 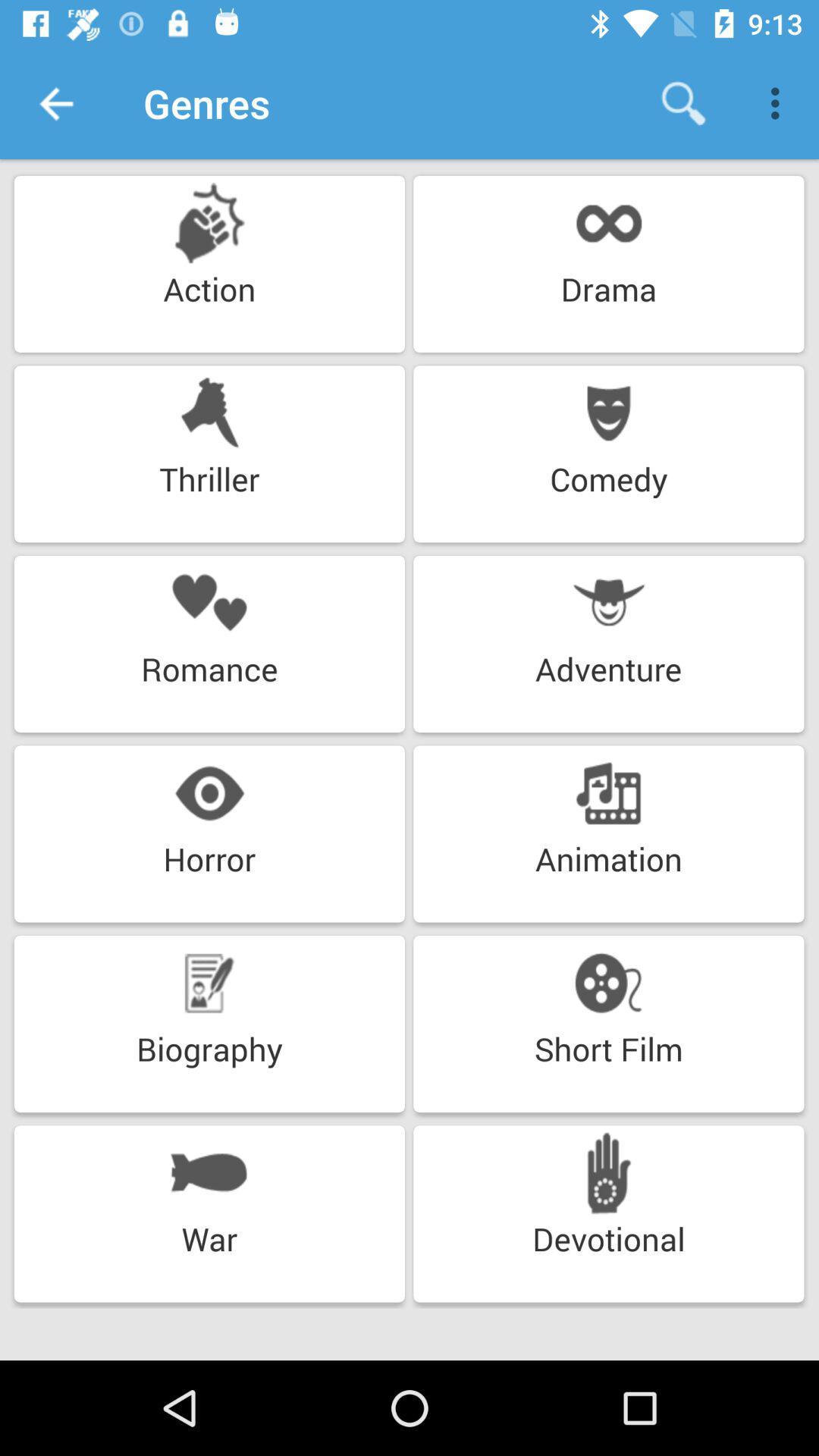 I want to click on the icon next to the genres  icon, so click(x=683, y=102).